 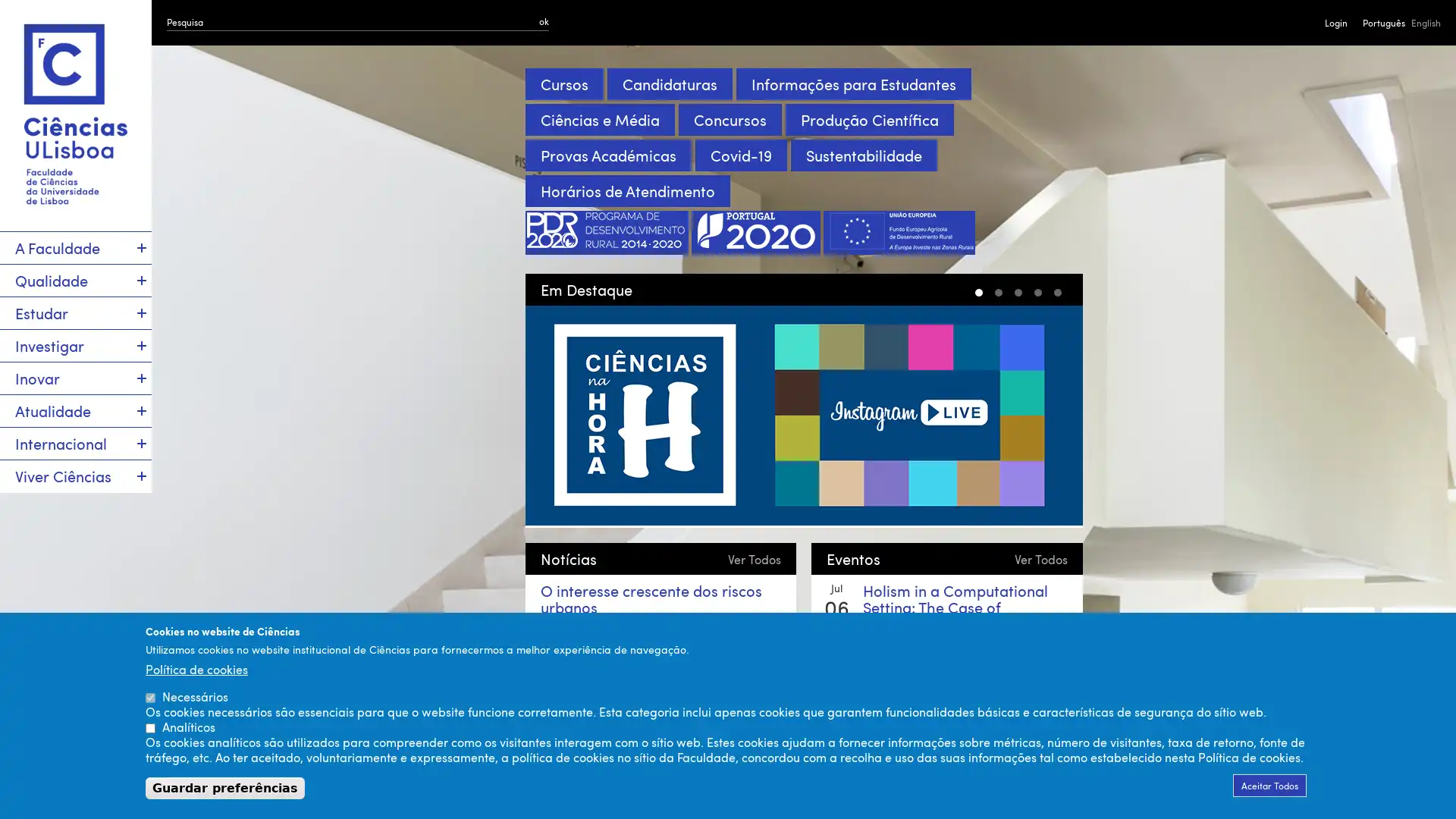 I want to click on Guardar preferencias, so click(x=224, y=787).